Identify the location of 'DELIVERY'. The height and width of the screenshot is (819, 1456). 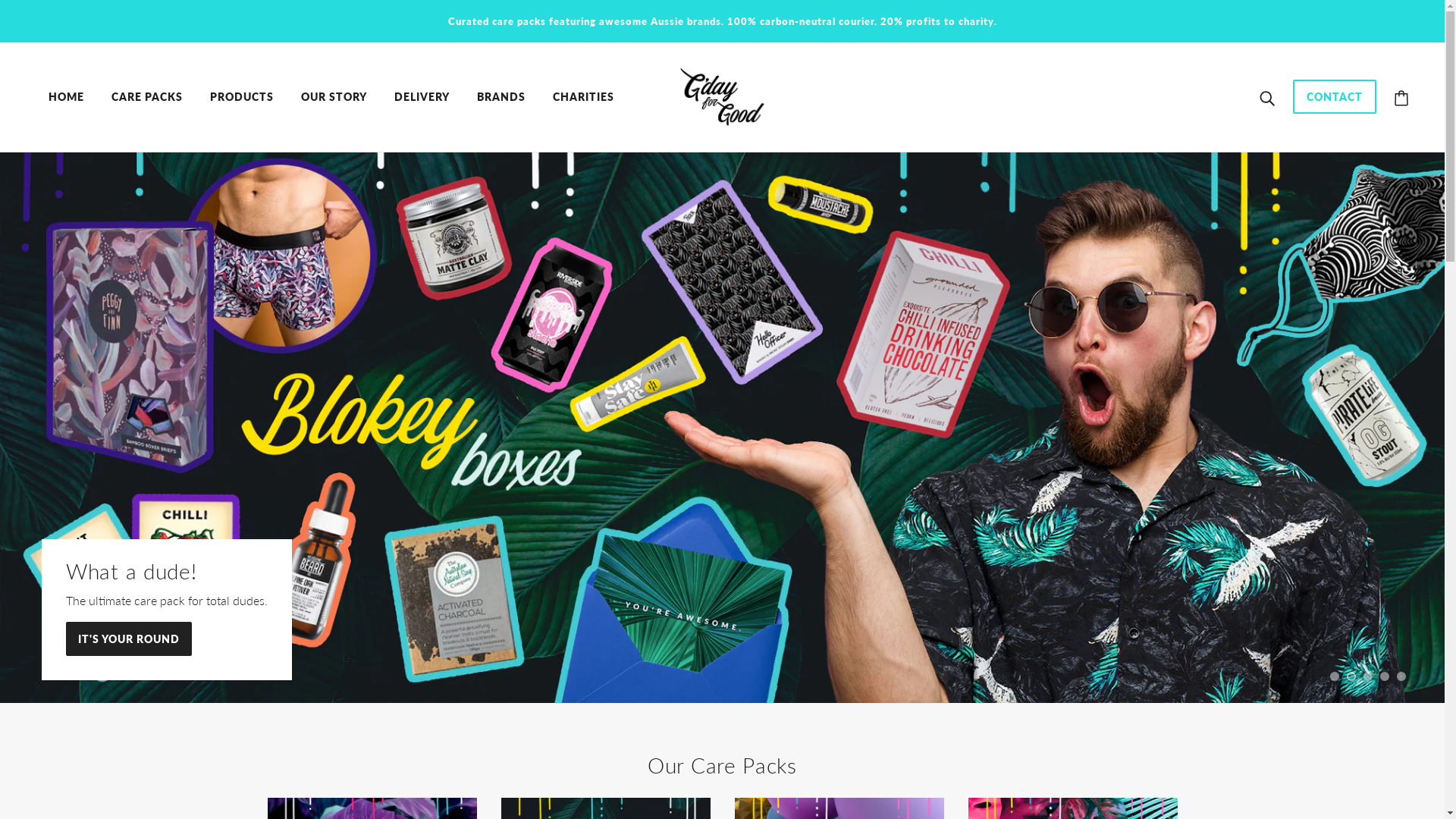
(422, 96).